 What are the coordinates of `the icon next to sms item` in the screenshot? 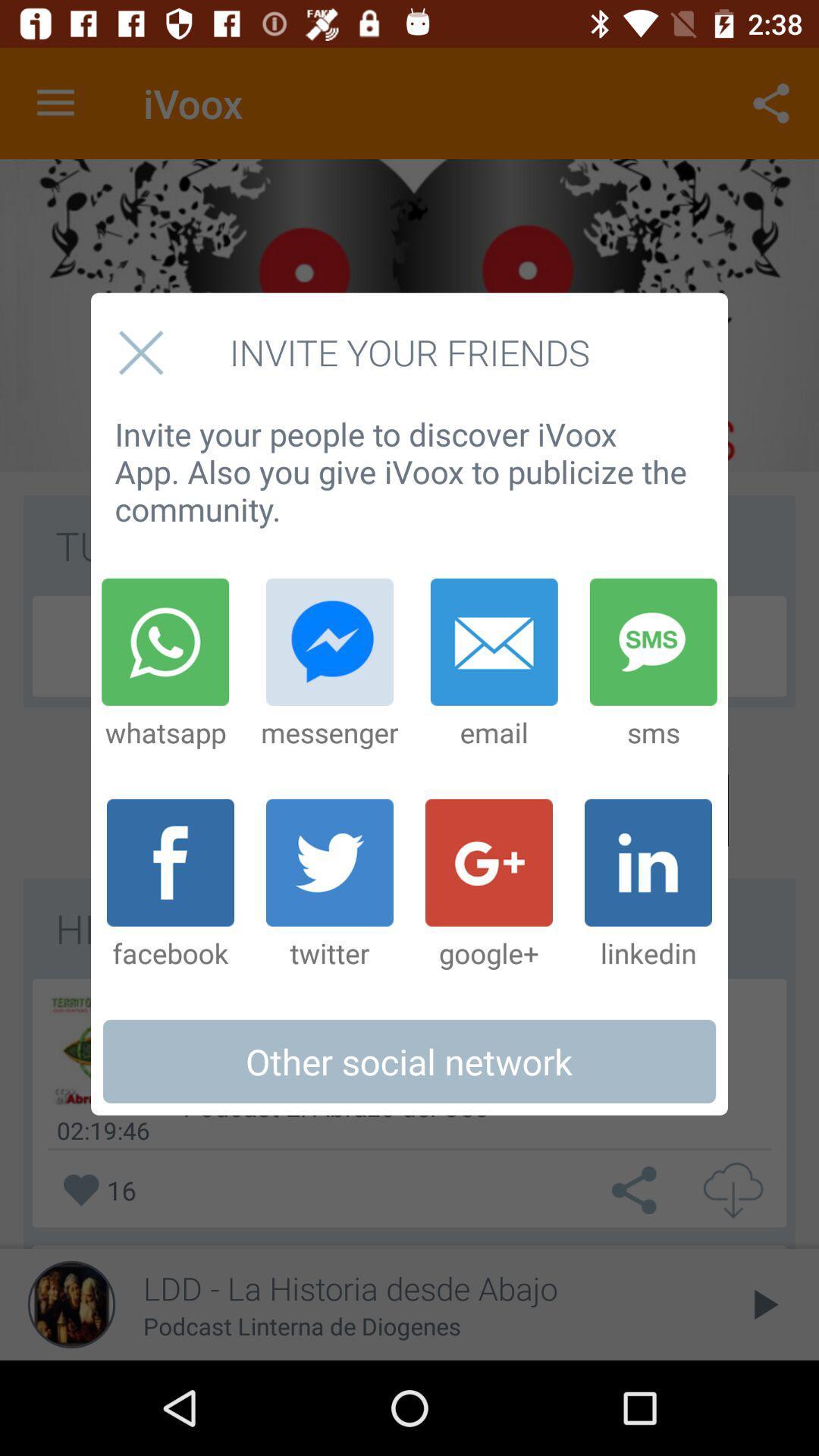 It's located at (494, 664).